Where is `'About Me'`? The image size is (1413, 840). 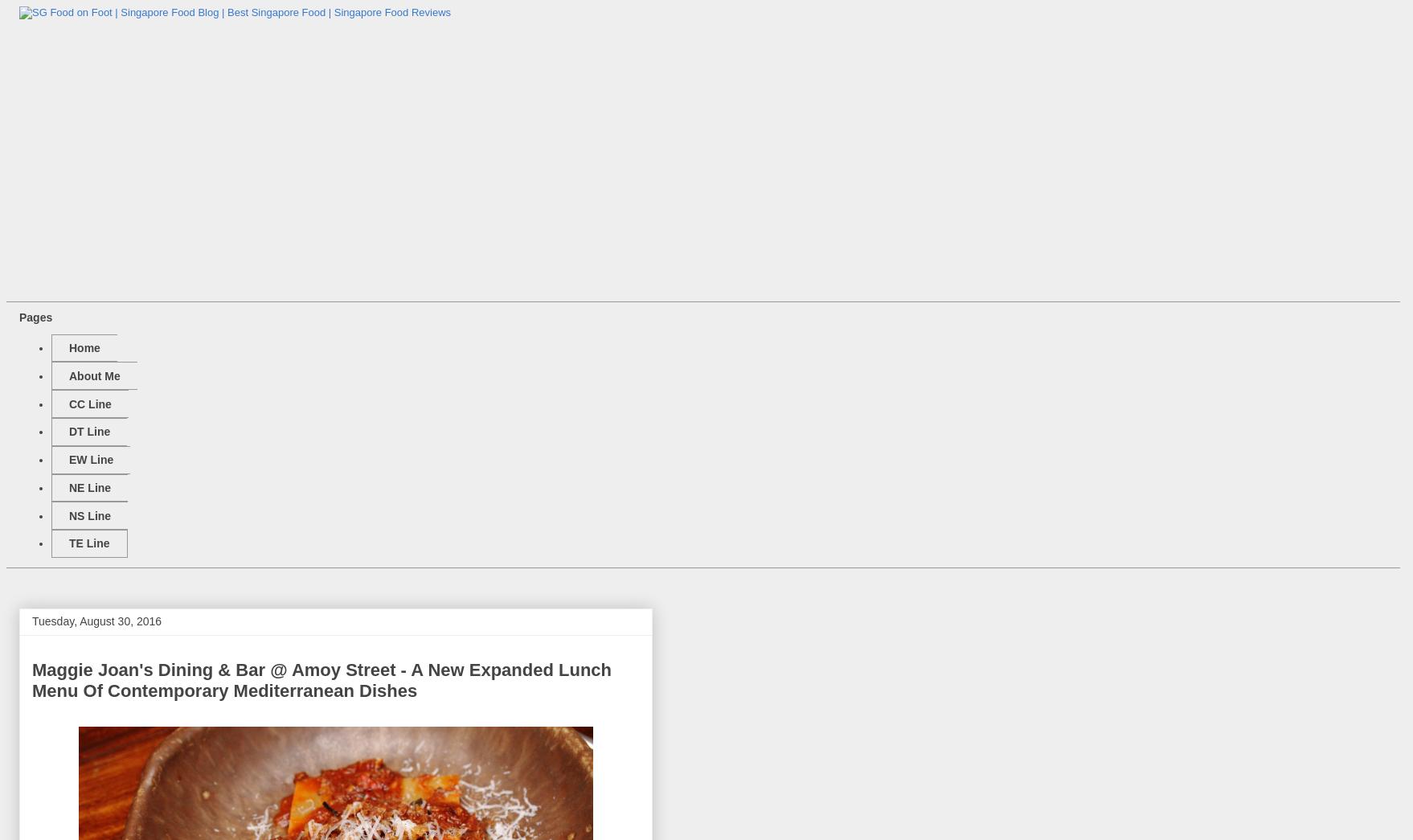
'About Me' is located at coordinates (68, 375).